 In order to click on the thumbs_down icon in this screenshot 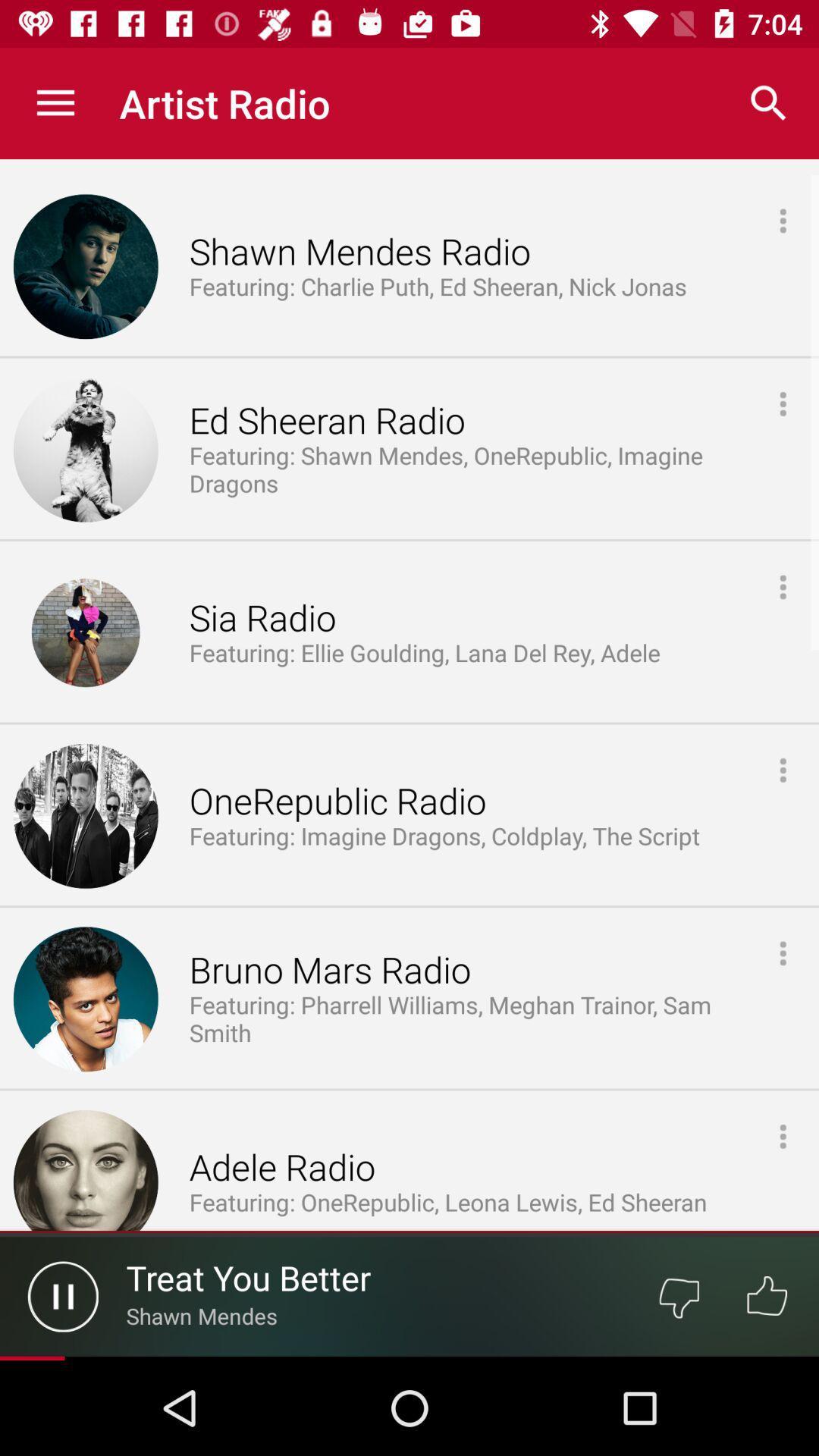, I will do `click(678, 1295)`.